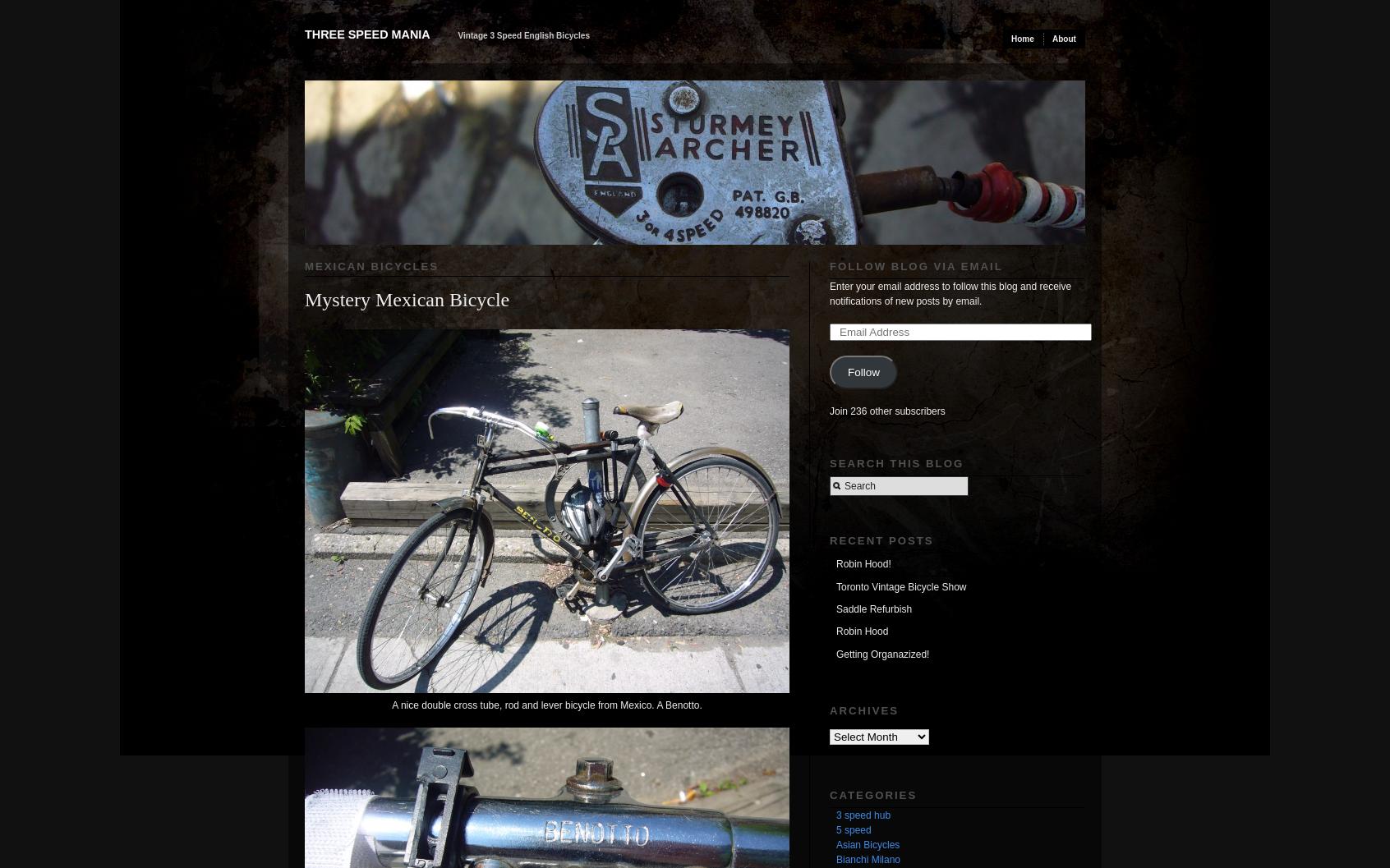 The width and height of the screenshot is (1390, 868). I want to click on 'Asian Bicycles', so click(867, 843).